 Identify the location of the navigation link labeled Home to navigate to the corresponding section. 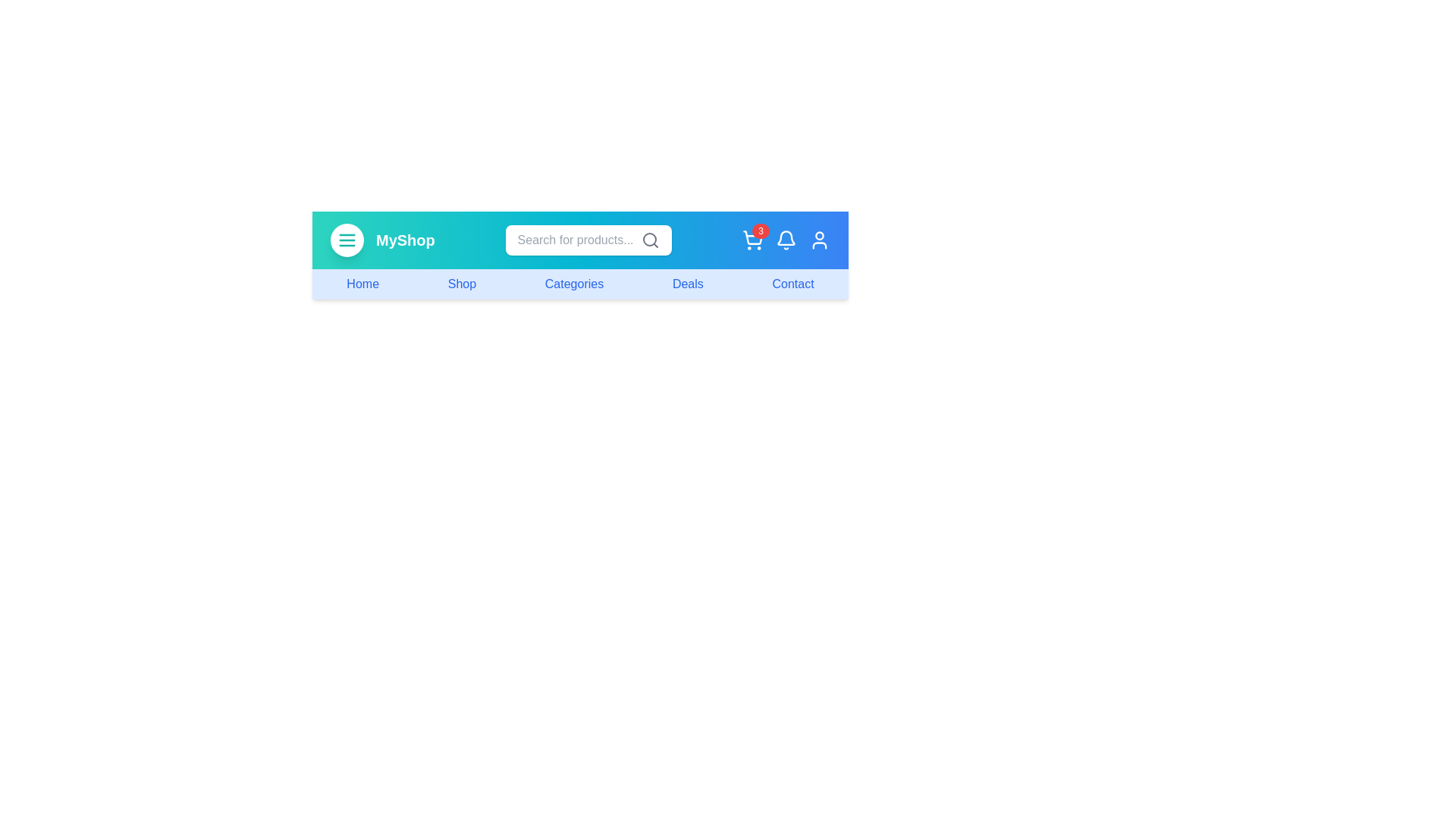
(362, 284).